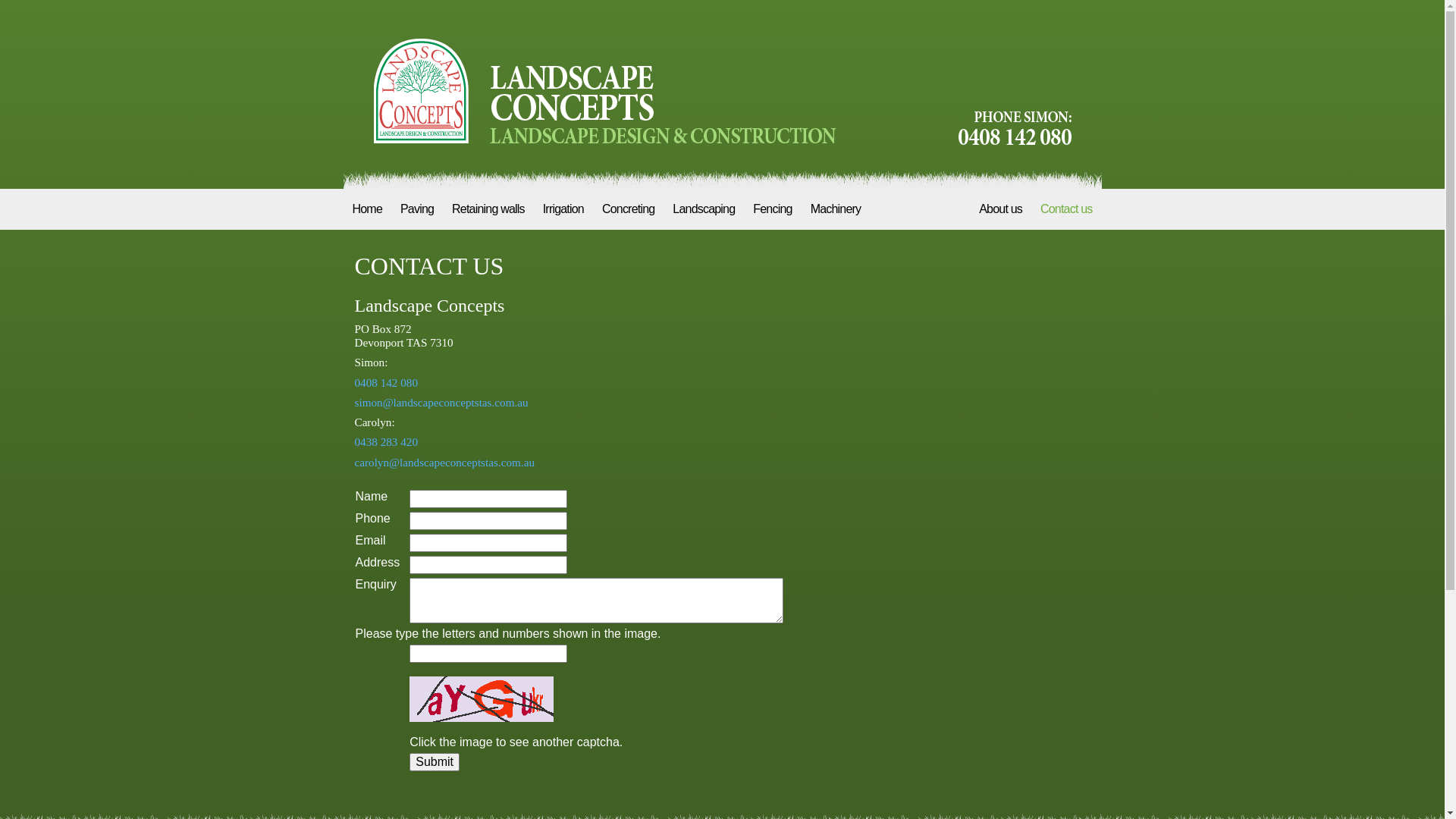 Image resolution: width=1456 pixels, height=819 pixels. What do you see at coordinates (386, 441) in the screenshot?
I see `'0438 283 420'` at bounding box center [386, 441].